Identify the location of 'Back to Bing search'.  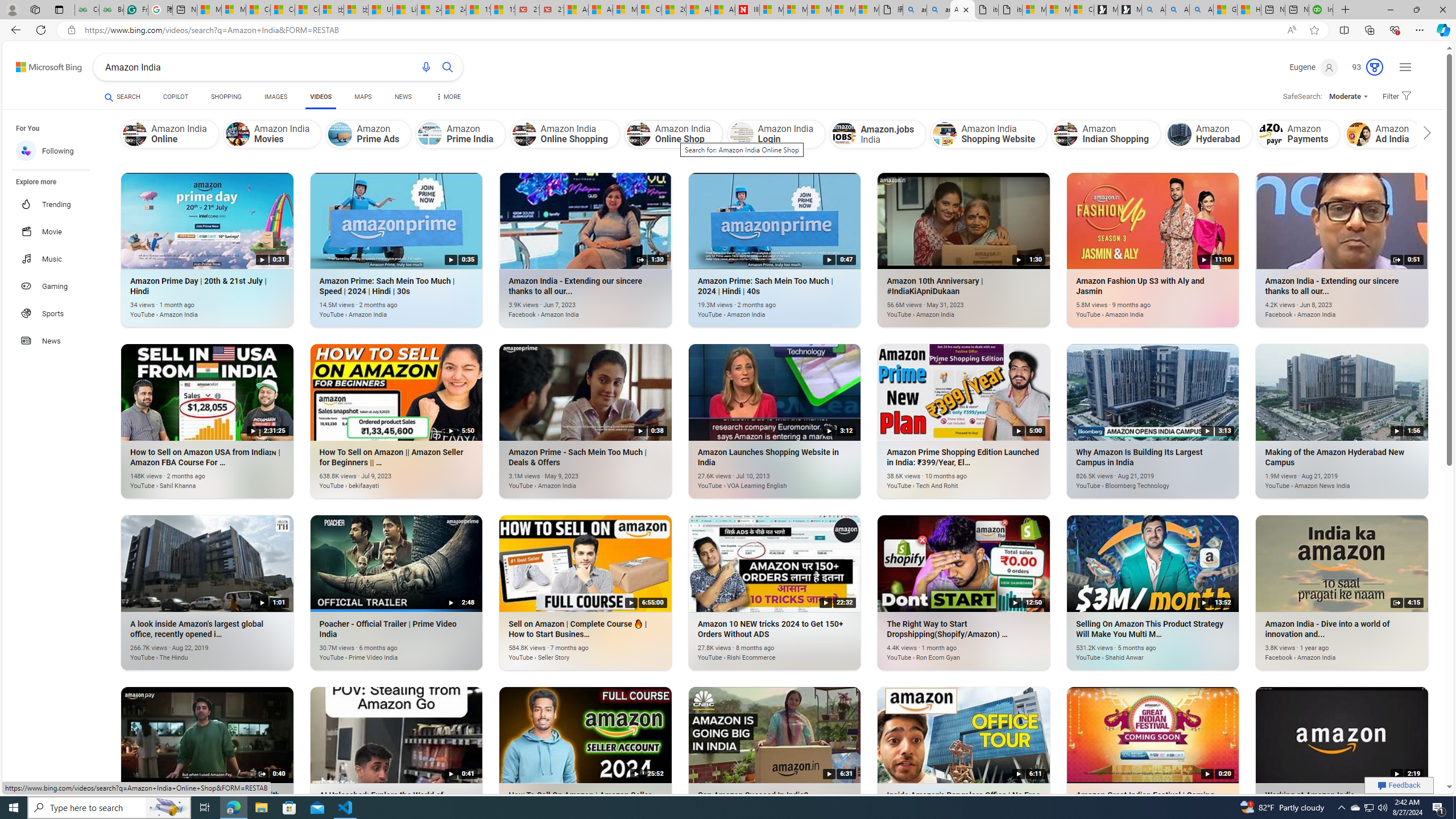
(42, 64).